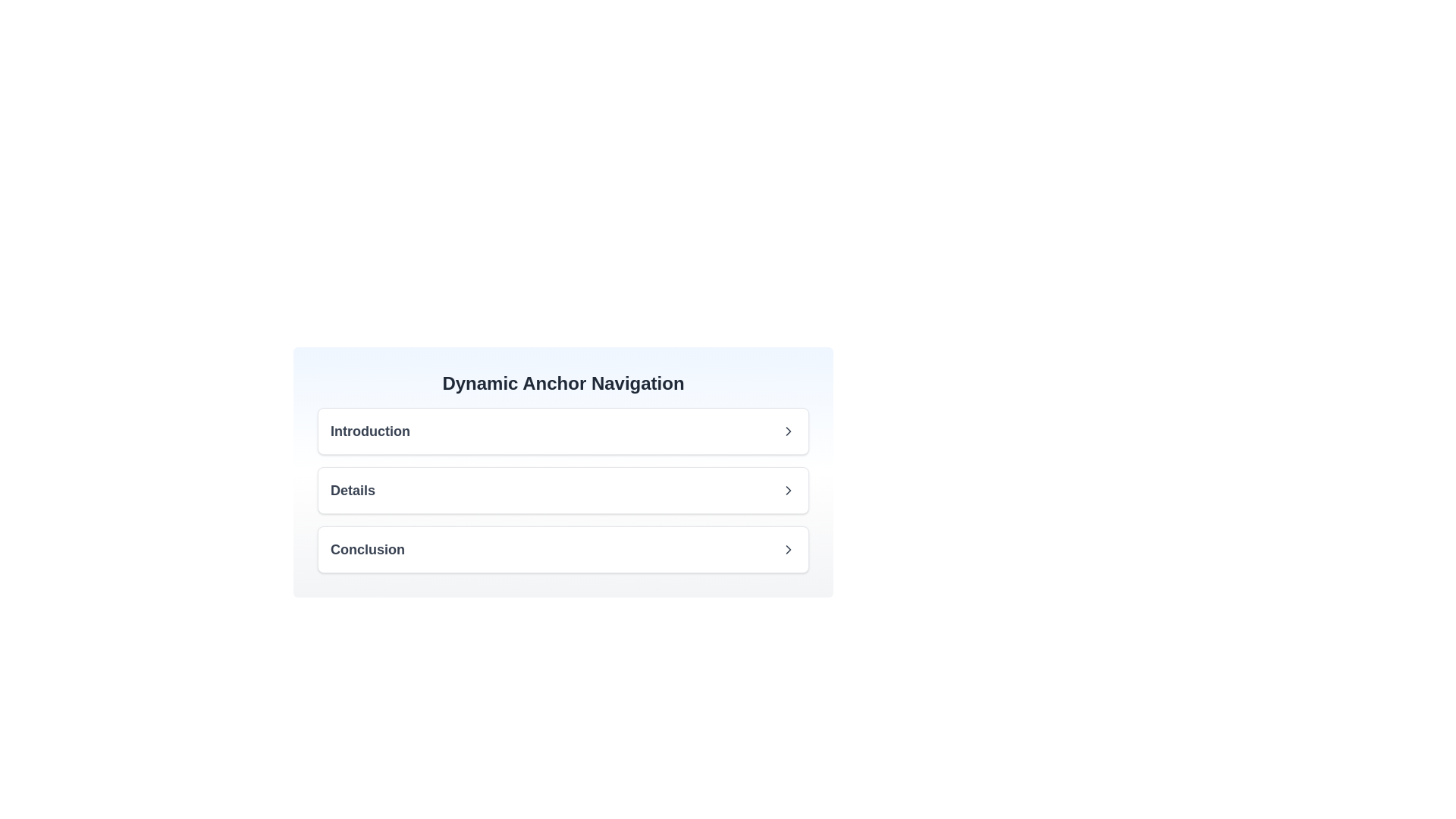  I want to click on the 'Details' button, which is the second button among three rectangular boxes arranged vertically, located below the 'Introduction' box and above the 'Conclusion' box, so click(563, 491).